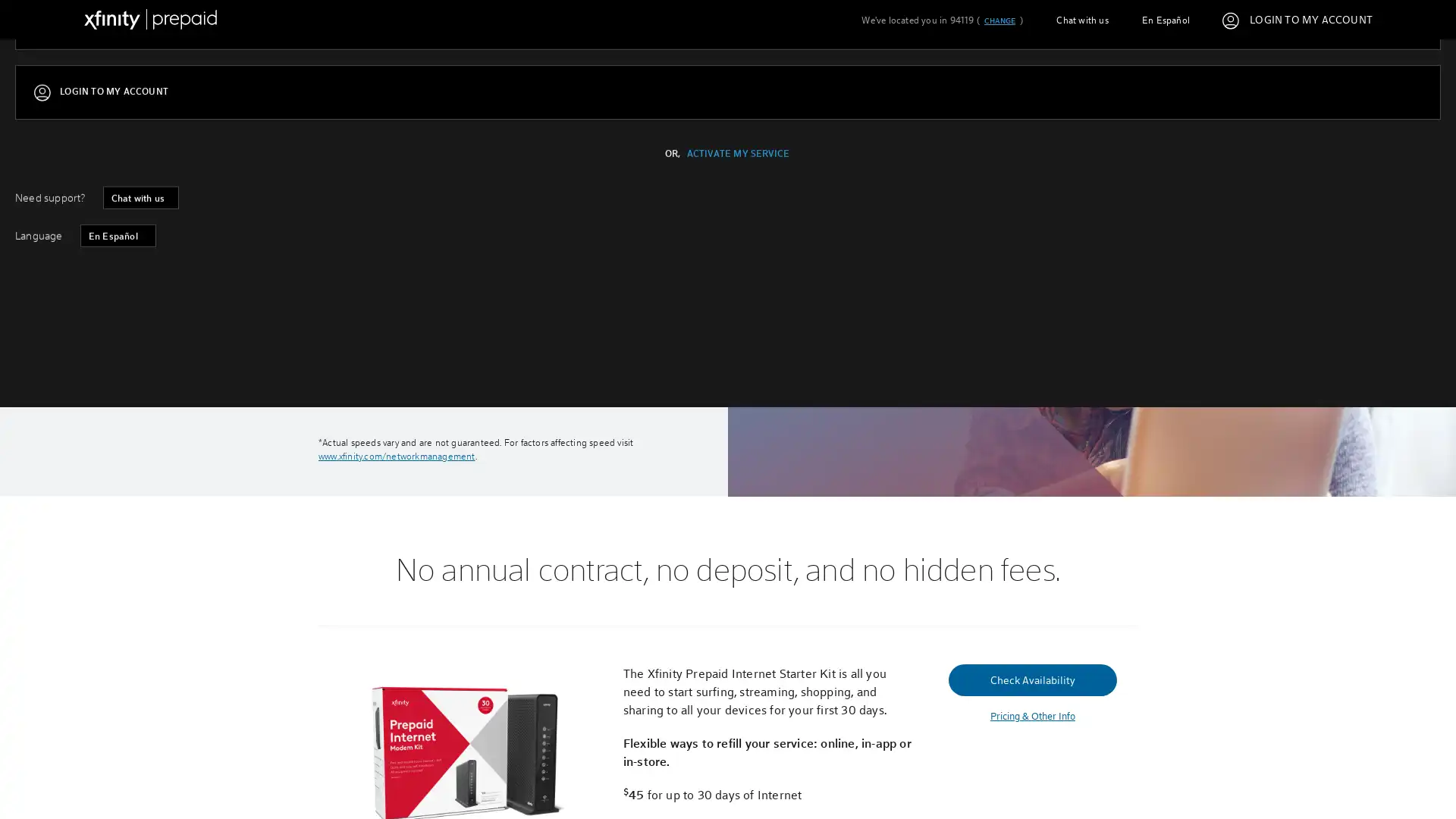  I want to click on Check Availability, so click(1031, 678).